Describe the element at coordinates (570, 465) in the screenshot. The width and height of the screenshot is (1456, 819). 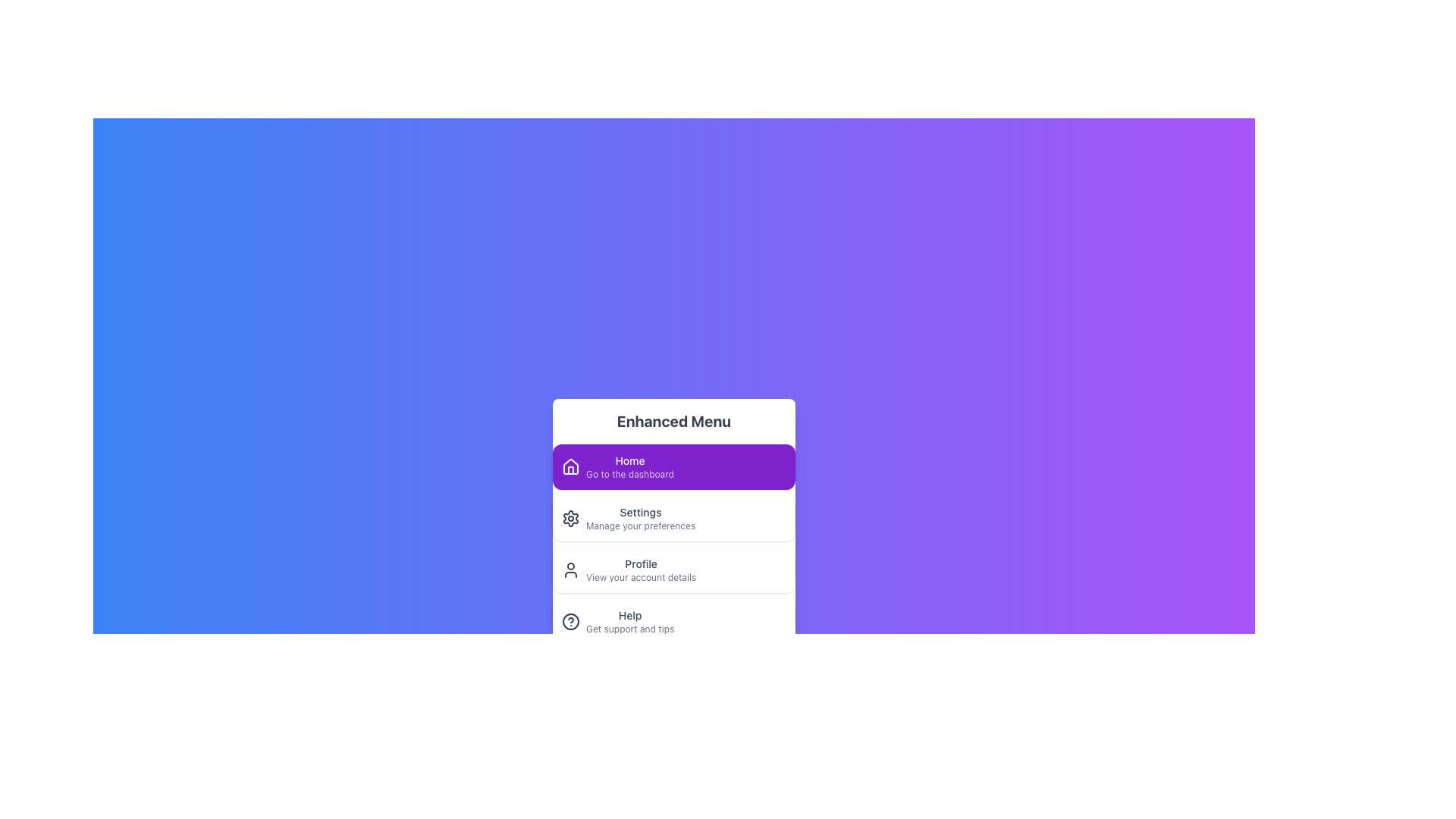
I see `the 'Home' icon located to the immediate left of the 'Home' text label within the first menu item of the list` at that location.